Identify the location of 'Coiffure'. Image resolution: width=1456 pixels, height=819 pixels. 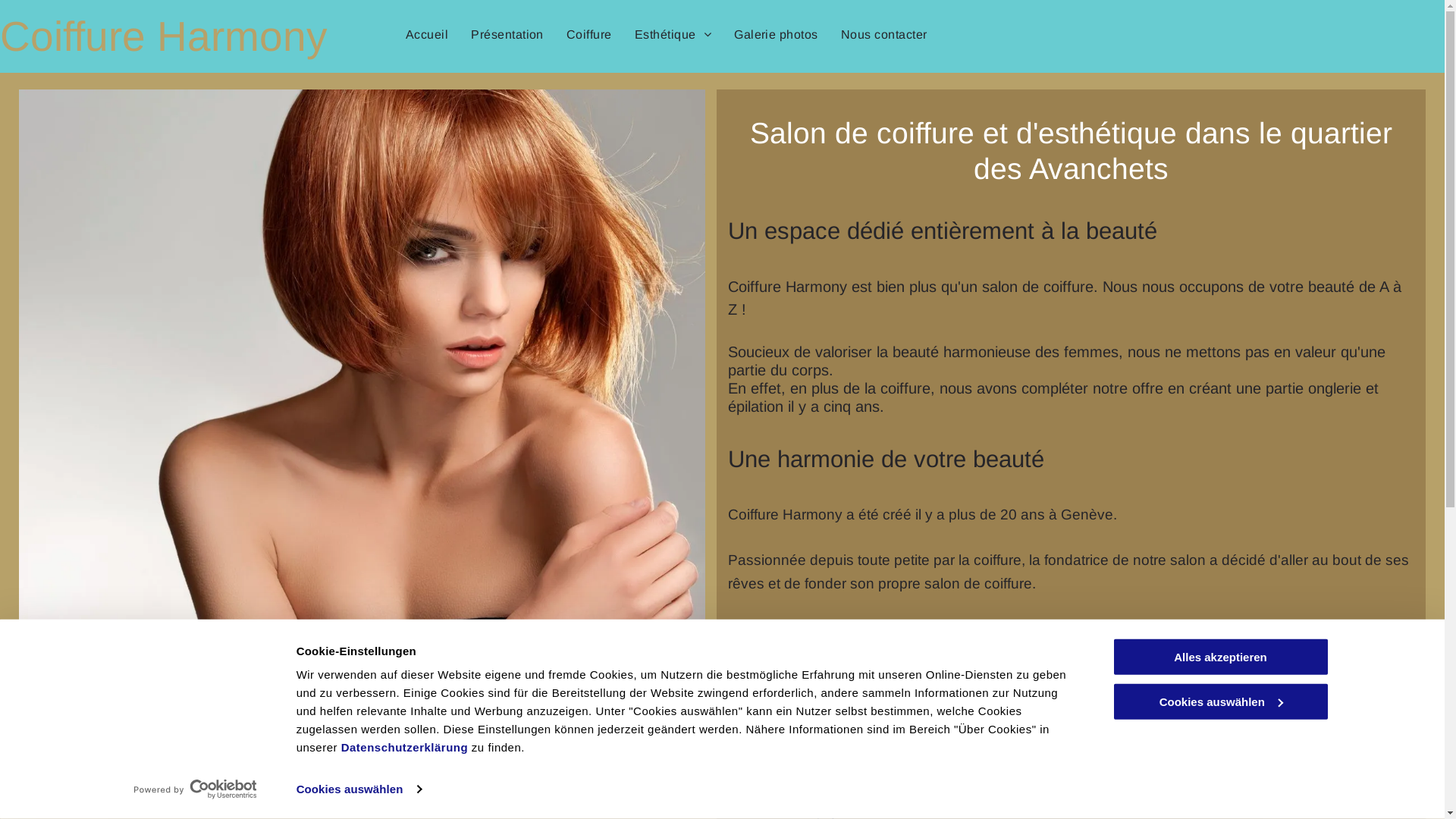
(588, 34).